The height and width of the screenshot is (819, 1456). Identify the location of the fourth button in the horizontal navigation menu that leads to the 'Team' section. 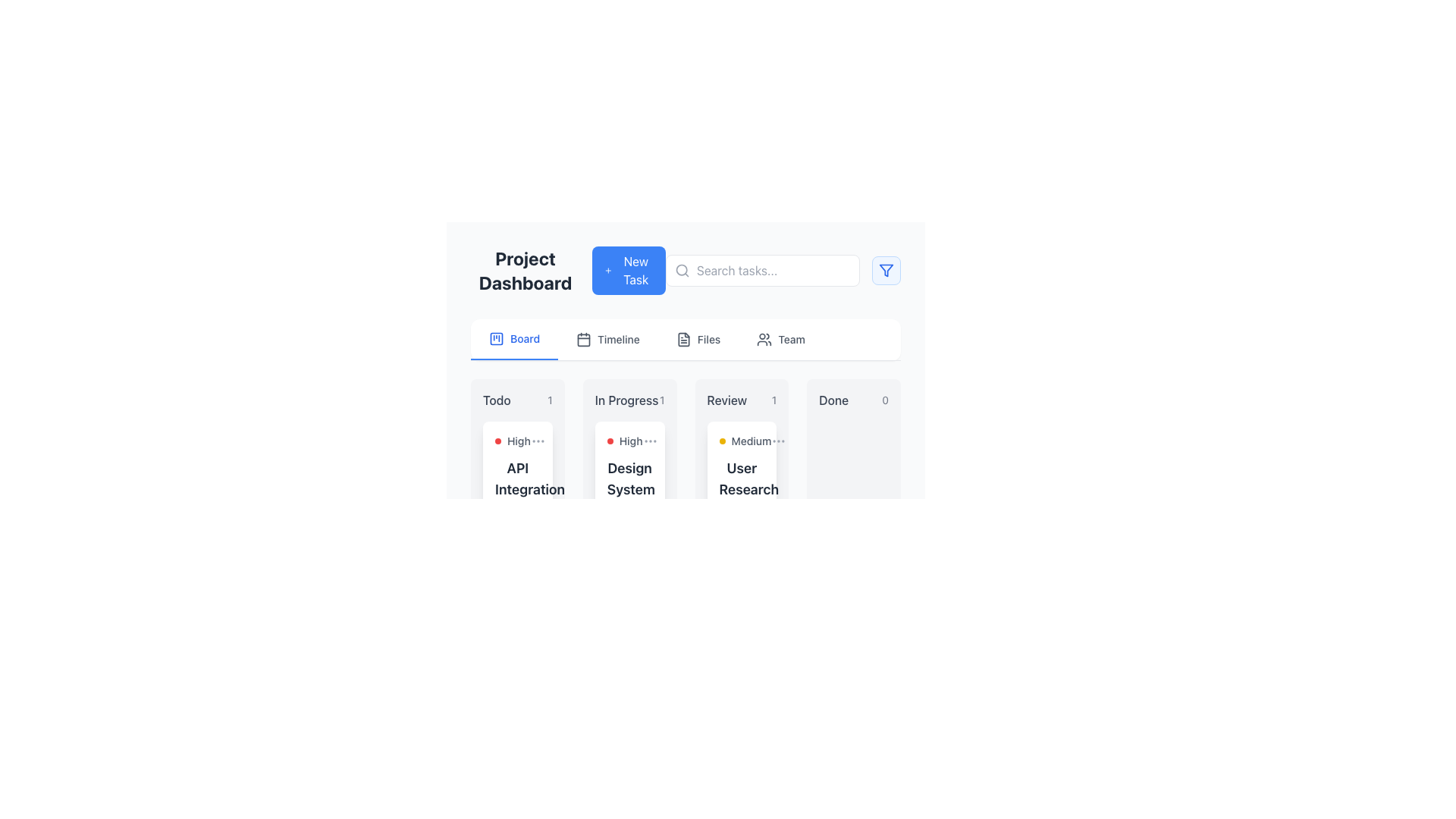
(781, 338).